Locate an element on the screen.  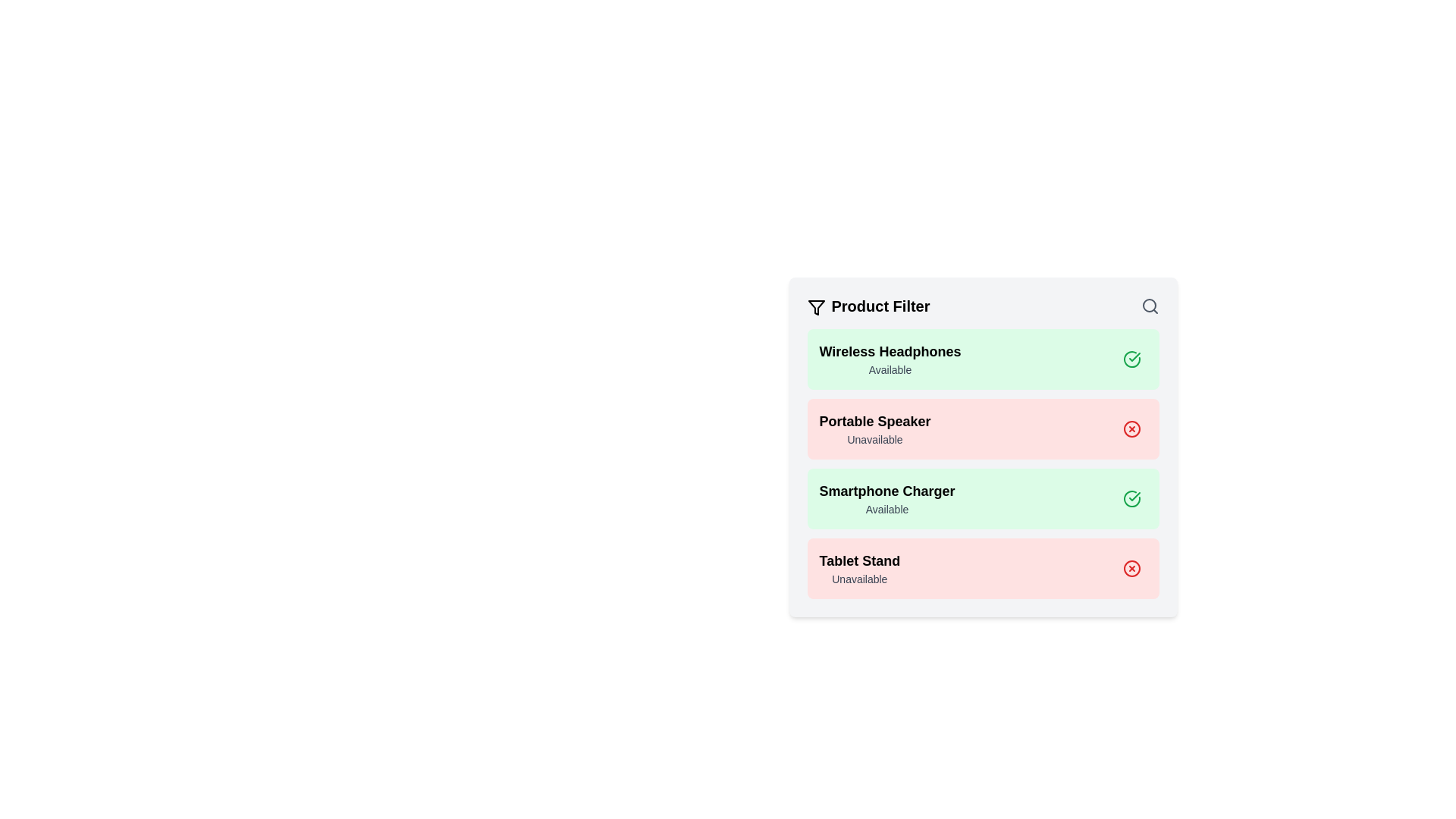
the circular green Decorative icon with a checkmark, located on the right side of the 'Smartphone Charger' row under the 'Product Filter' header is located at coordinates (1131, 499).